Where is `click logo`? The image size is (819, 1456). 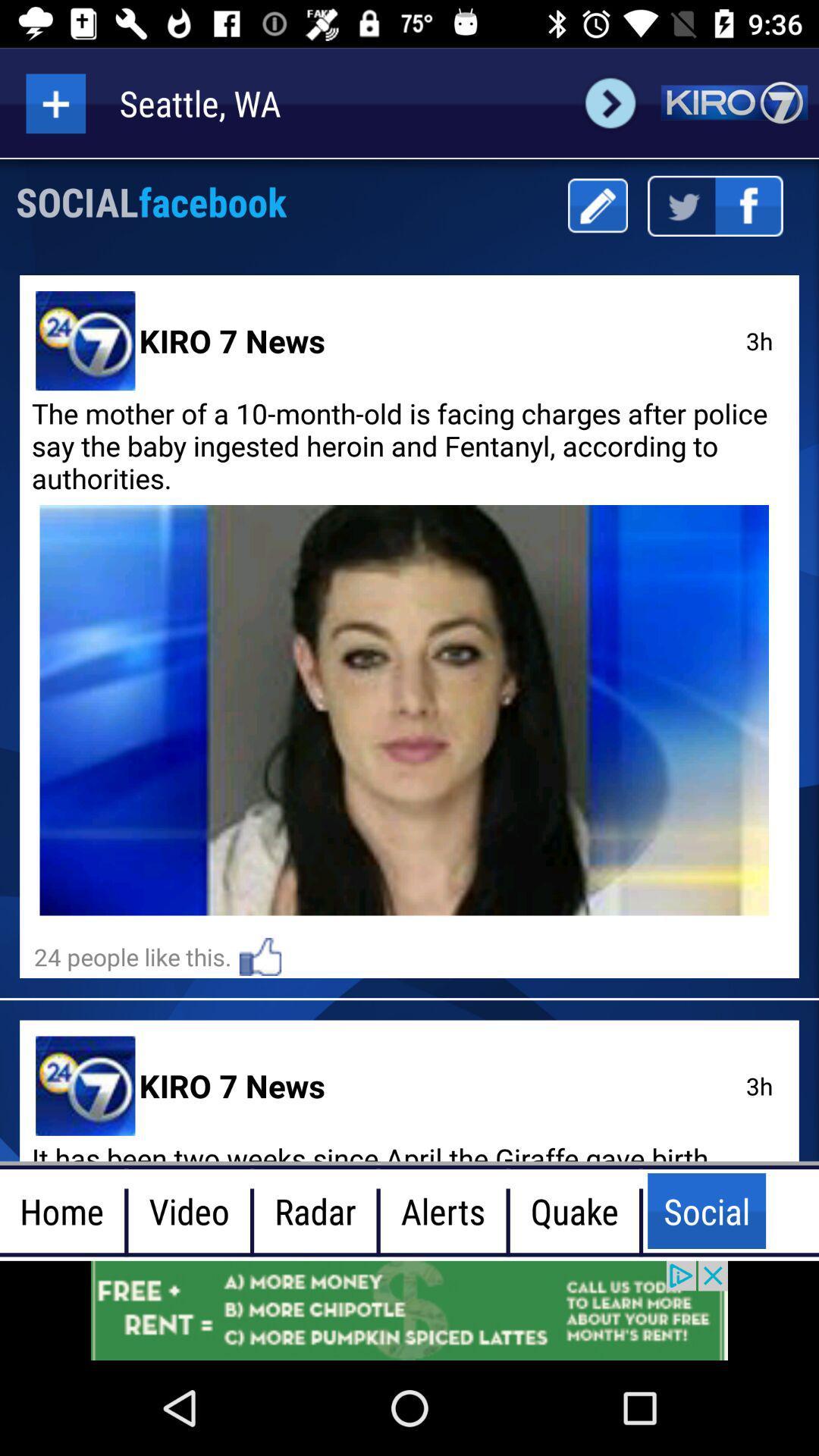 click logo is located at coordinates (733, 102).